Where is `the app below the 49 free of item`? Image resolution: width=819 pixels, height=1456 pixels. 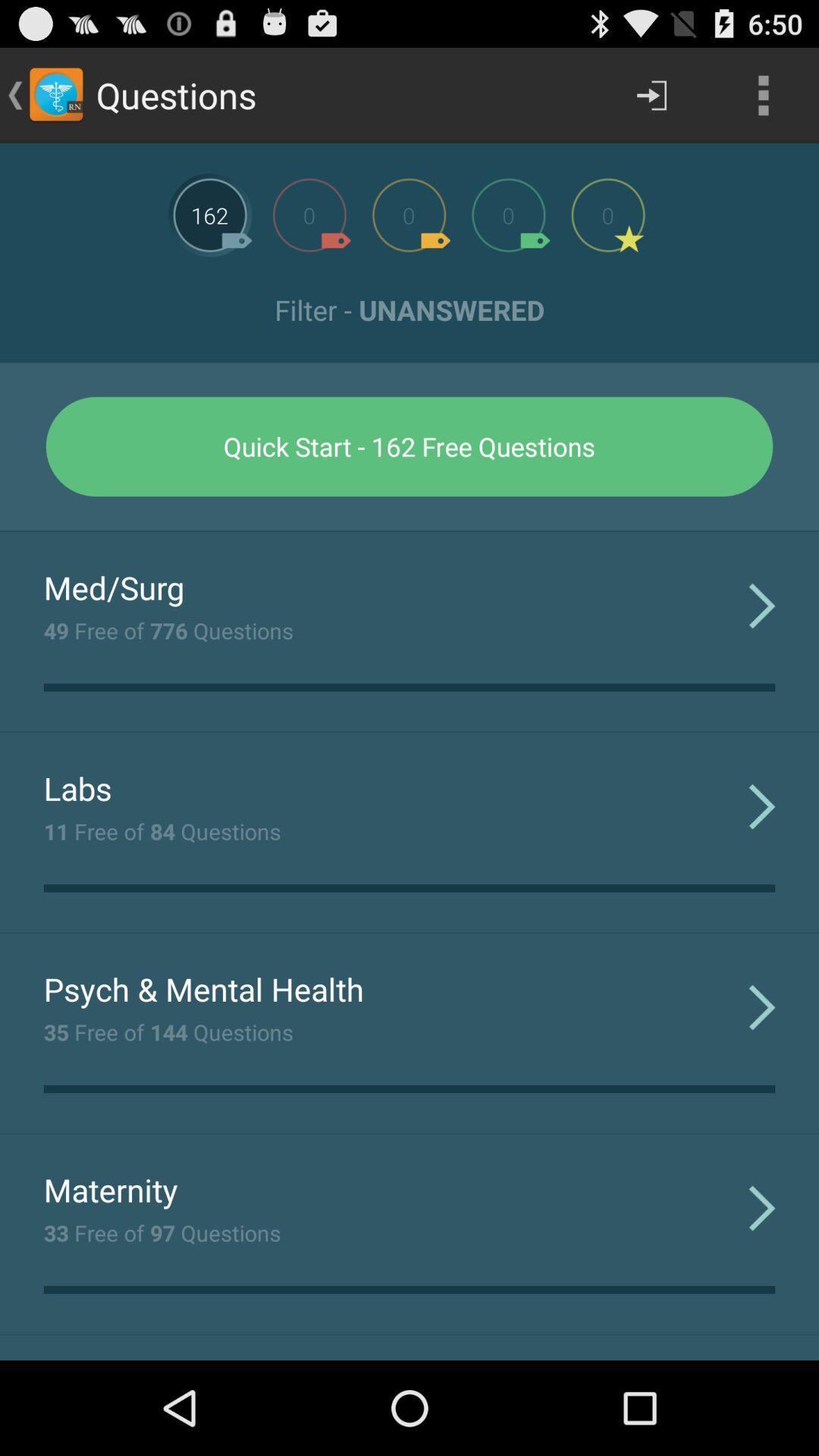 the app below the 49 free of item is located at coordinates (77, 788).